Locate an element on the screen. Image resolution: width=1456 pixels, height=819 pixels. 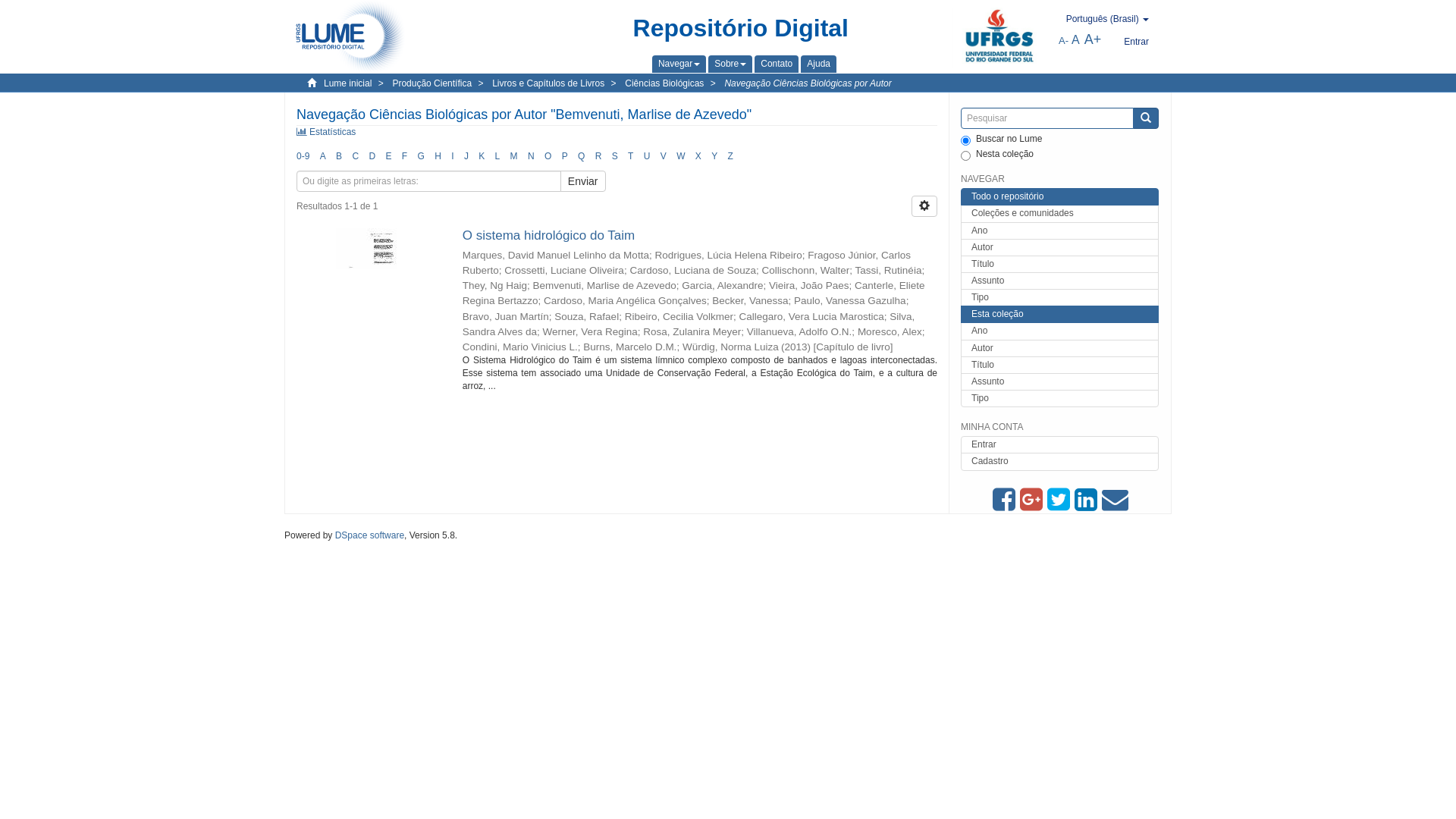
'L' is located at coordinates (497, 155).